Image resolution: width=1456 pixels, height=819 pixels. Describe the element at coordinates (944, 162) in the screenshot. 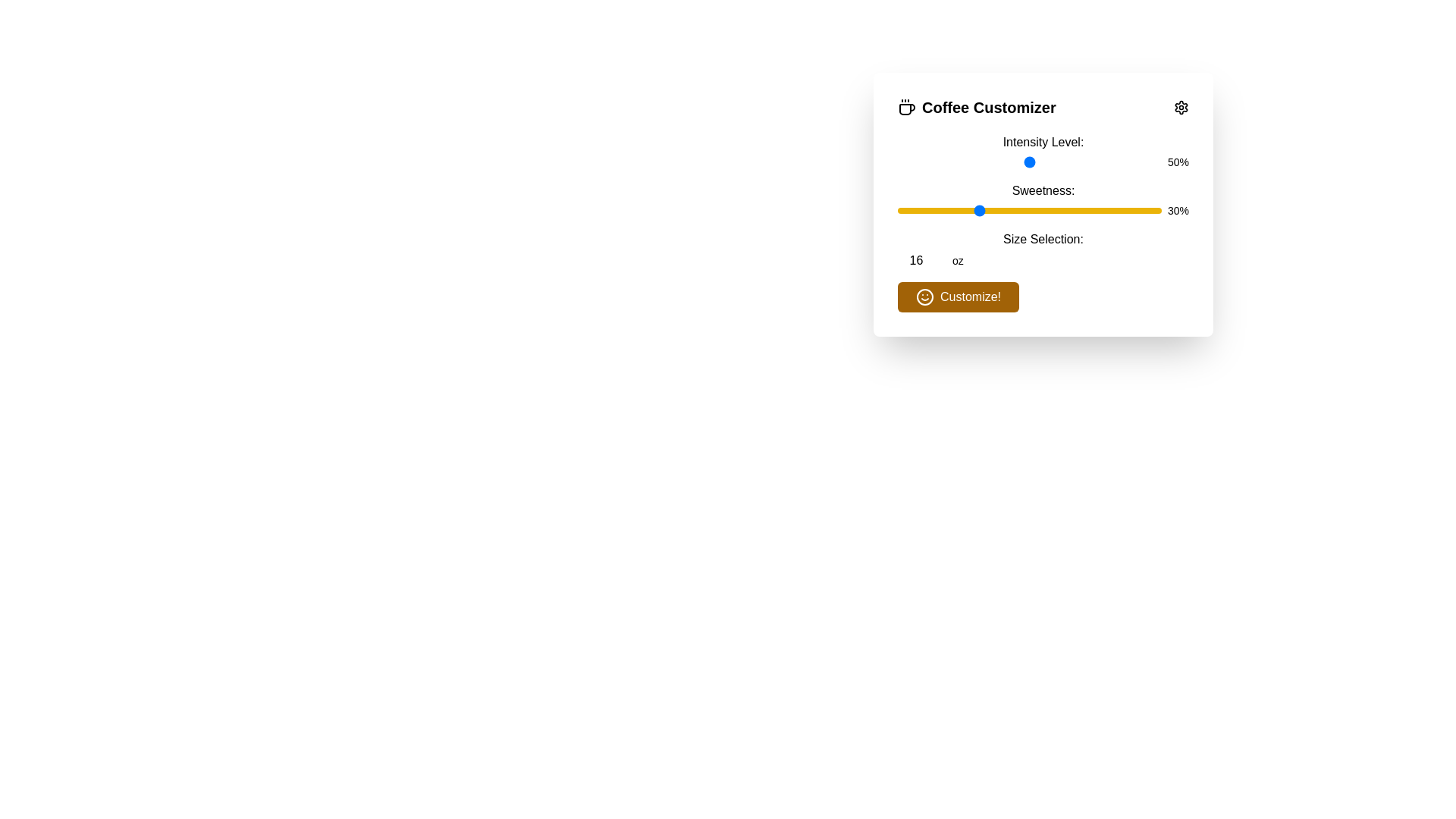

I see `the intensity level slider to 18%` at that location.